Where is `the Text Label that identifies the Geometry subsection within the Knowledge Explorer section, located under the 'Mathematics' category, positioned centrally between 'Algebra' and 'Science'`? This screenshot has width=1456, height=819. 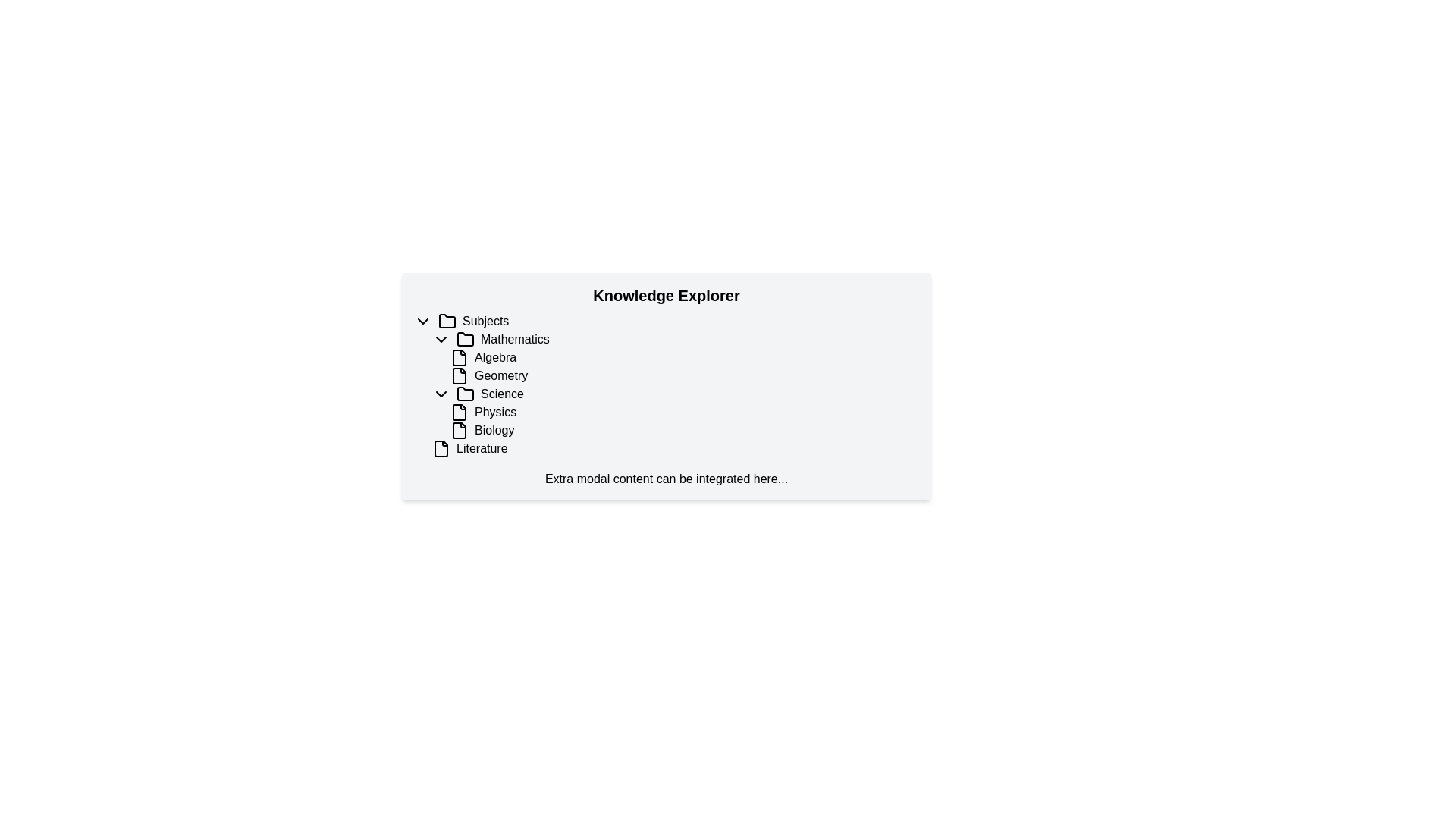
the Text Label that identifies the Geometry subsection within the Knowledge Explorer section, located under the 'Mathematics' category, positioned centrally between 'Algebra' and 'Science' is located at coordinates (501, 375).